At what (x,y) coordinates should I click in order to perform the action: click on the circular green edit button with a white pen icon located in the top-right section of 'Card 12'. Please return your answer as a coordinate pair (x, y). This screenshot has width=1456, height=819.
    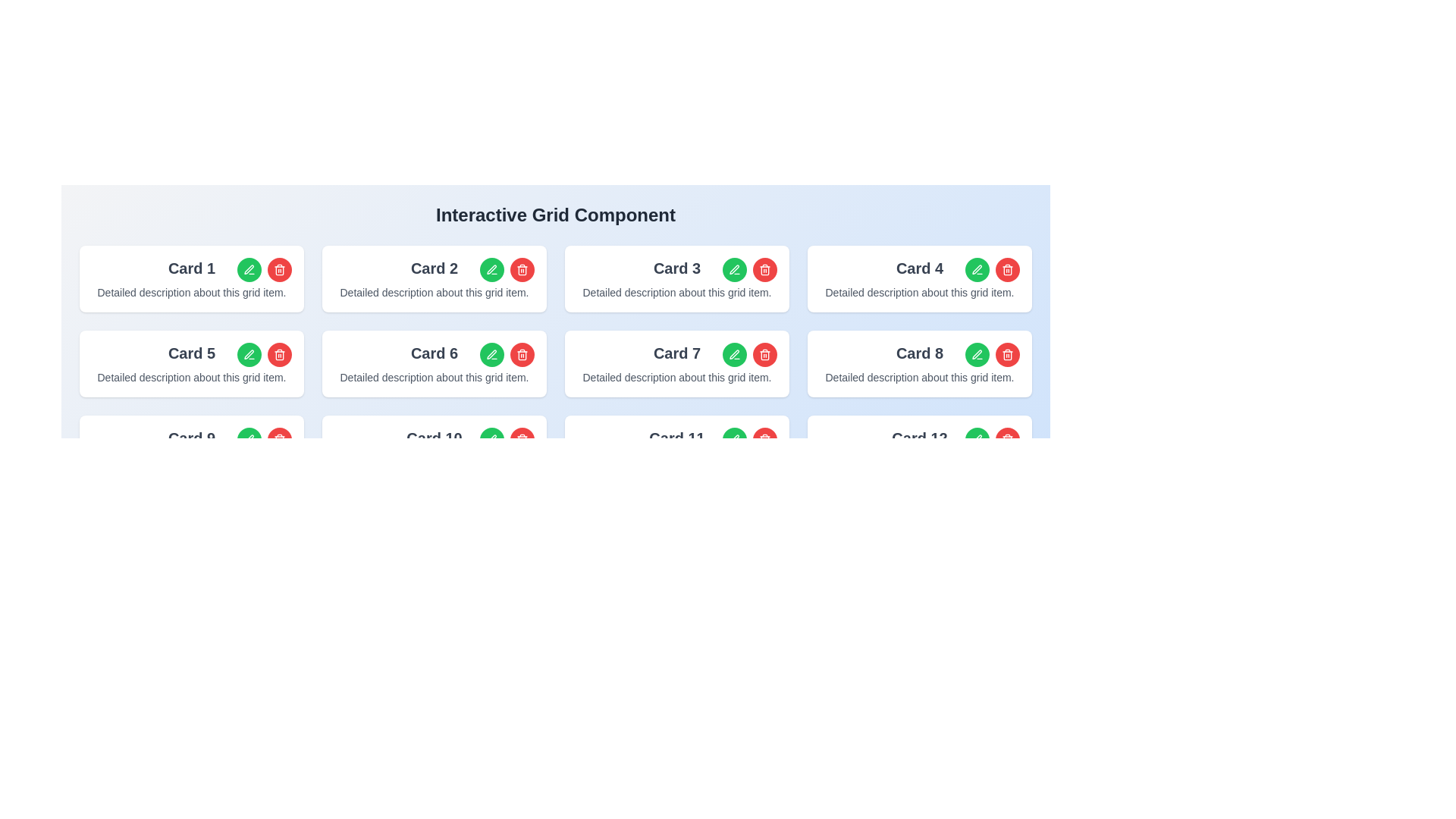
    Looking at the image, I should click on (977, 439).